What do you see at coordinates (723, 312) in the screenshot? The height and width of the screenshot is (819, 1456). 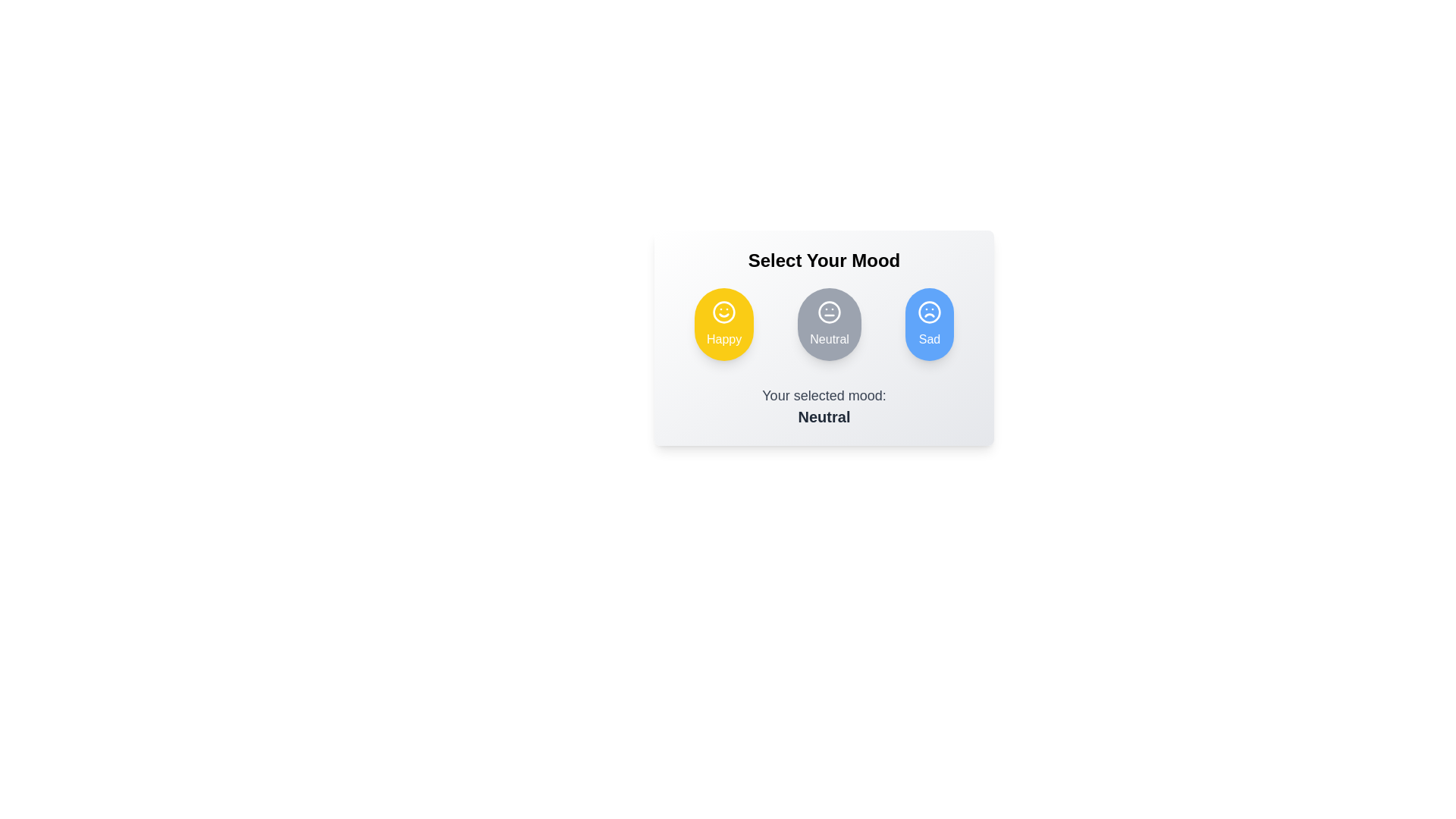 I see `the yellow circular button labeled 'Happy', which is the leftmost mood-selection button under the heading 'Select Your Mood'` at bounding box center [723, 312].